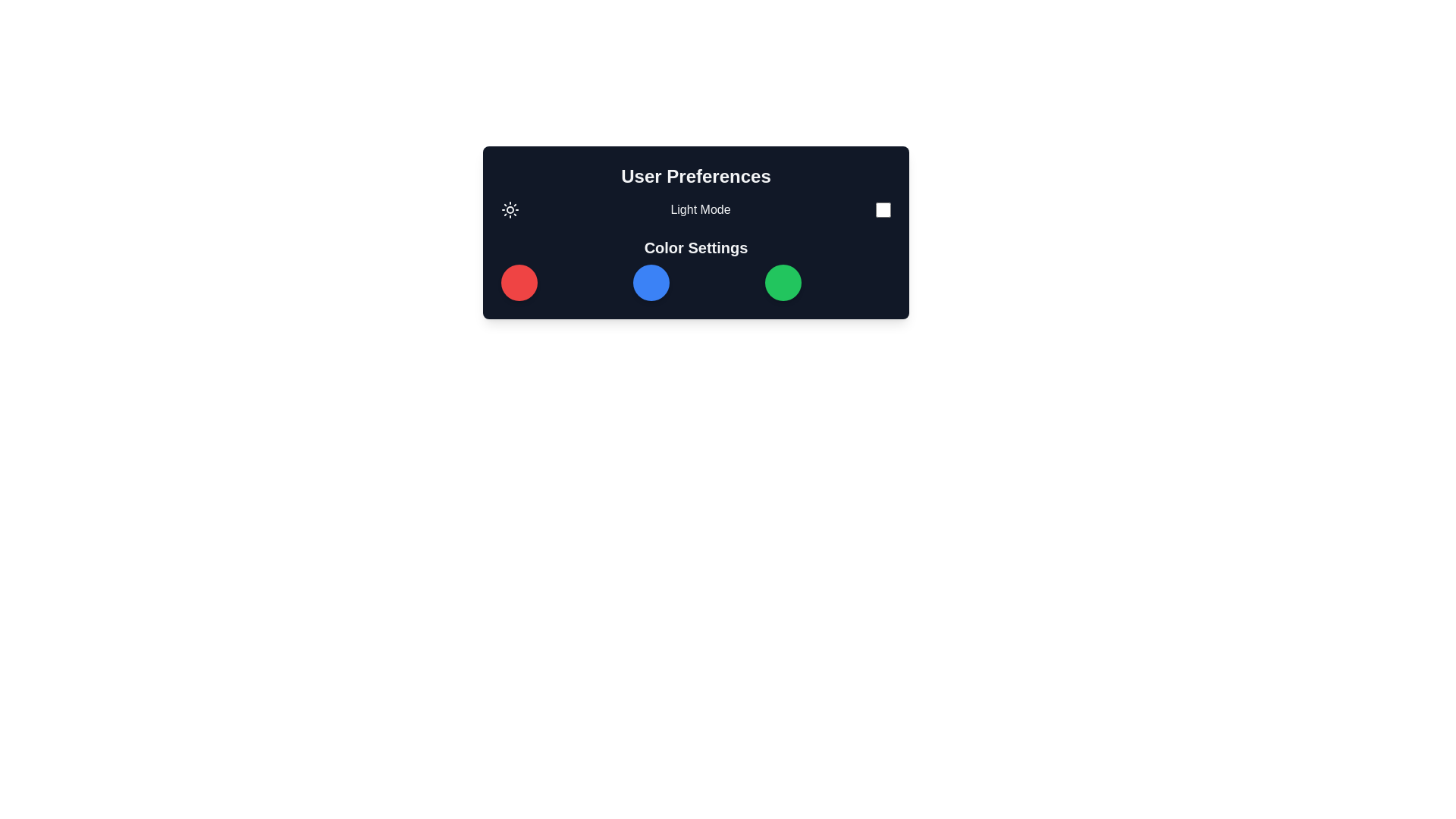 Image resolution: width=1456 pixels, height=819 pixels. Describe the element at coordinates (695, 268) in the screenshot. I see `the interactive circular buttons representing color choices in the 'Color Settings' section` at that location.